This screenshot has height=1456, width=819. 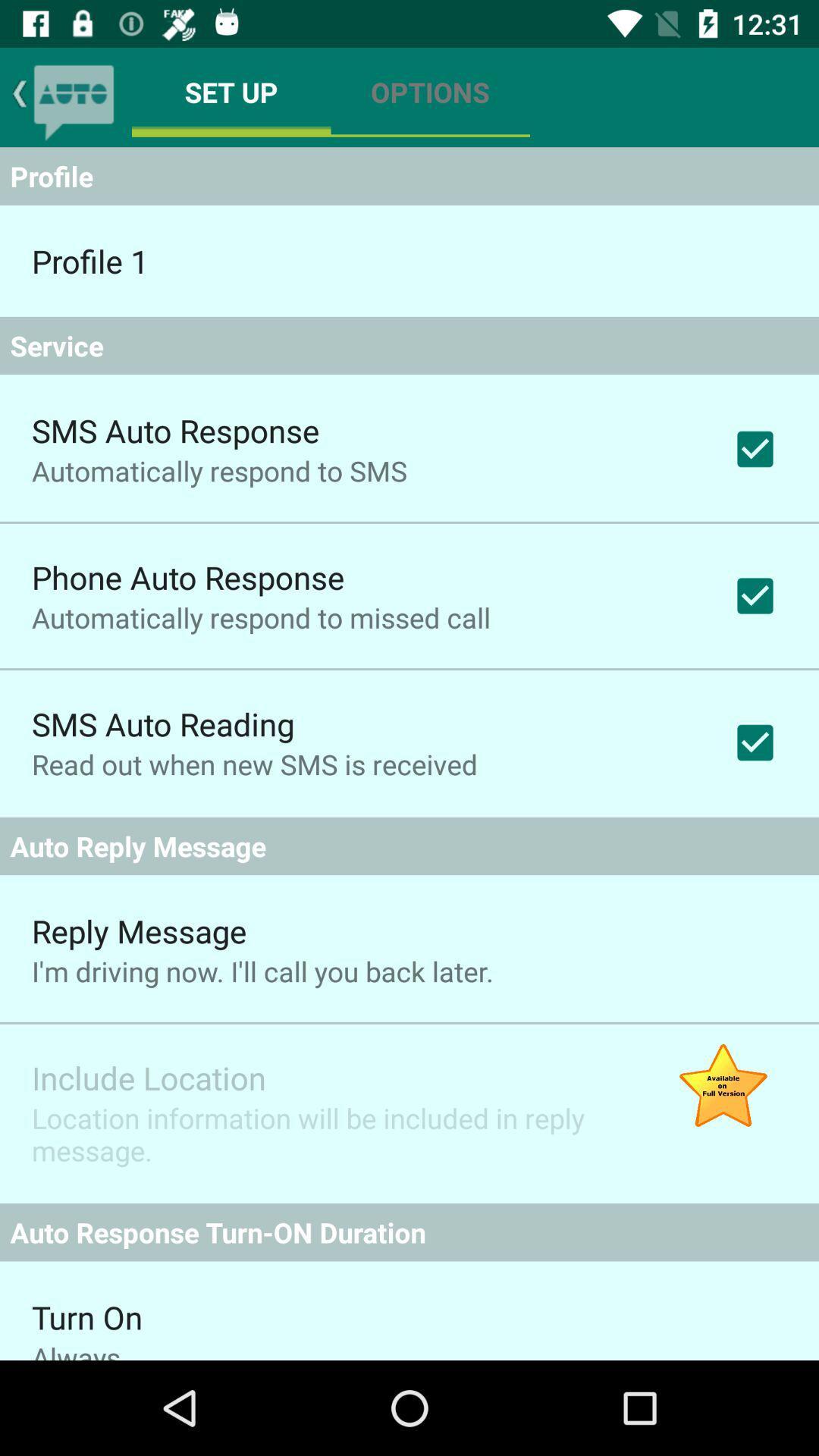 What do you see at coordinates (329, 1134) in the screenshot?
I see `app below include location` at bounding box center [329, 1134].